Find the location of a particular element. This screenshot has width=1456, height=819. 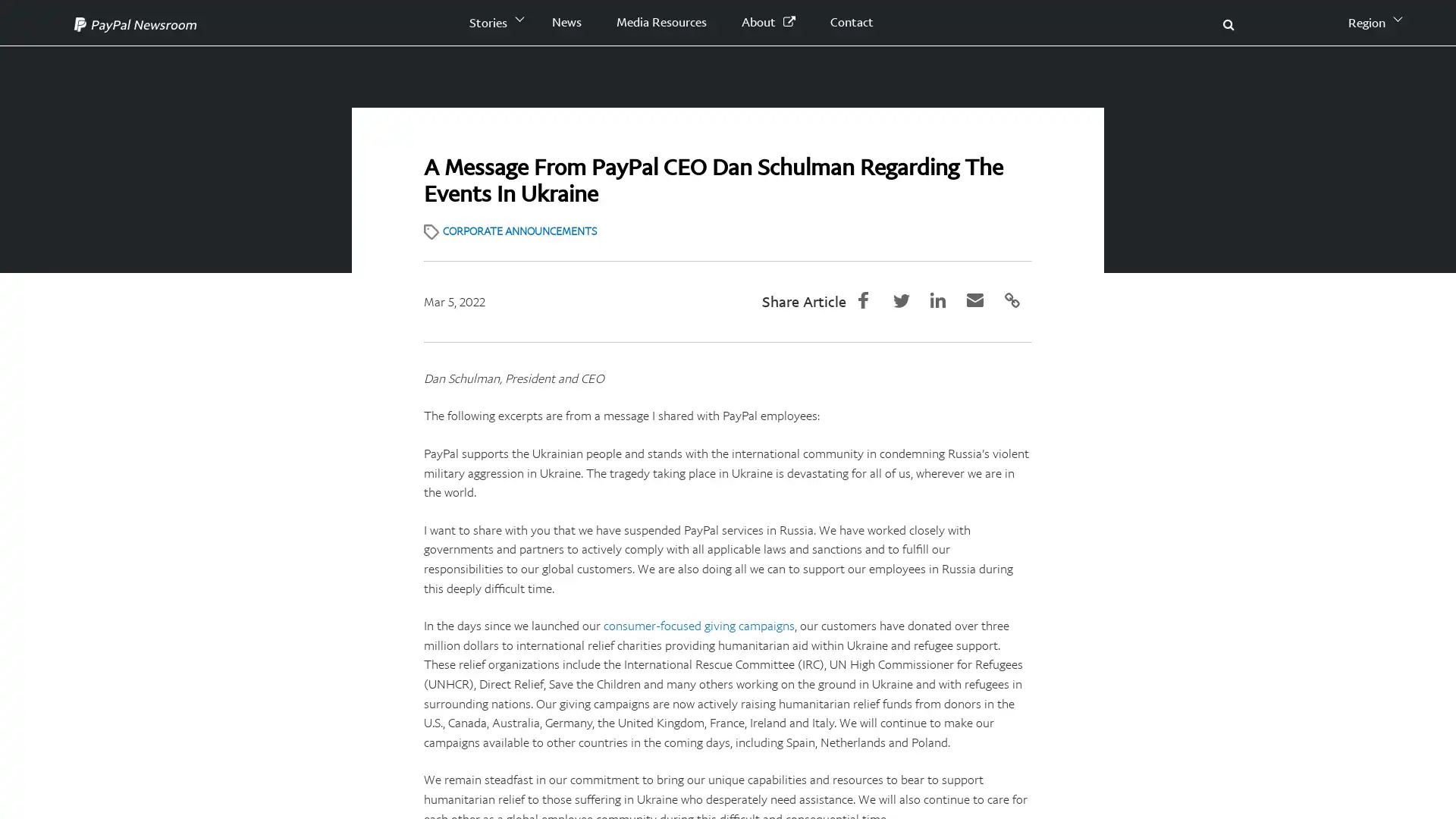

Share to LinkedIn is located at coordinates (944, 299).